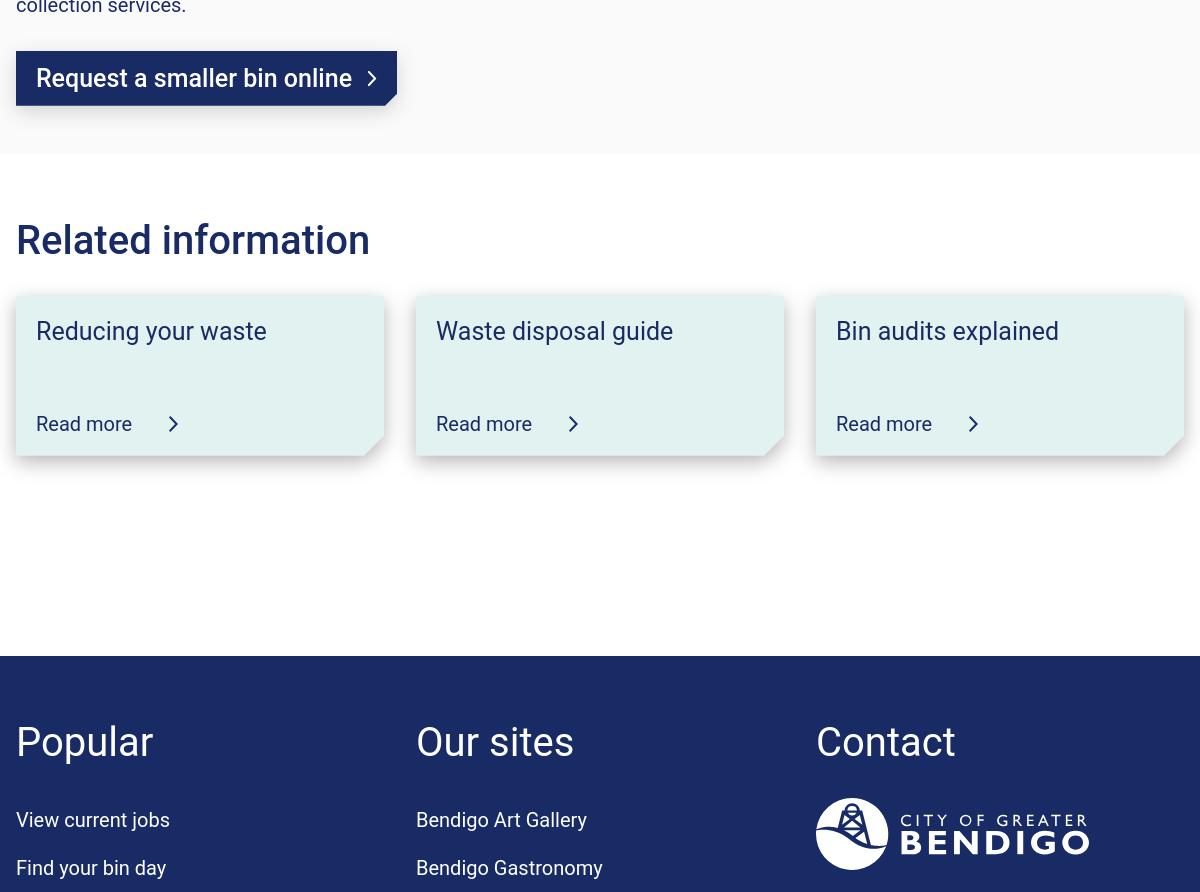  Describe the element at coordinates (884, 741) in the screenshot. I see `'Contact'` at that location.